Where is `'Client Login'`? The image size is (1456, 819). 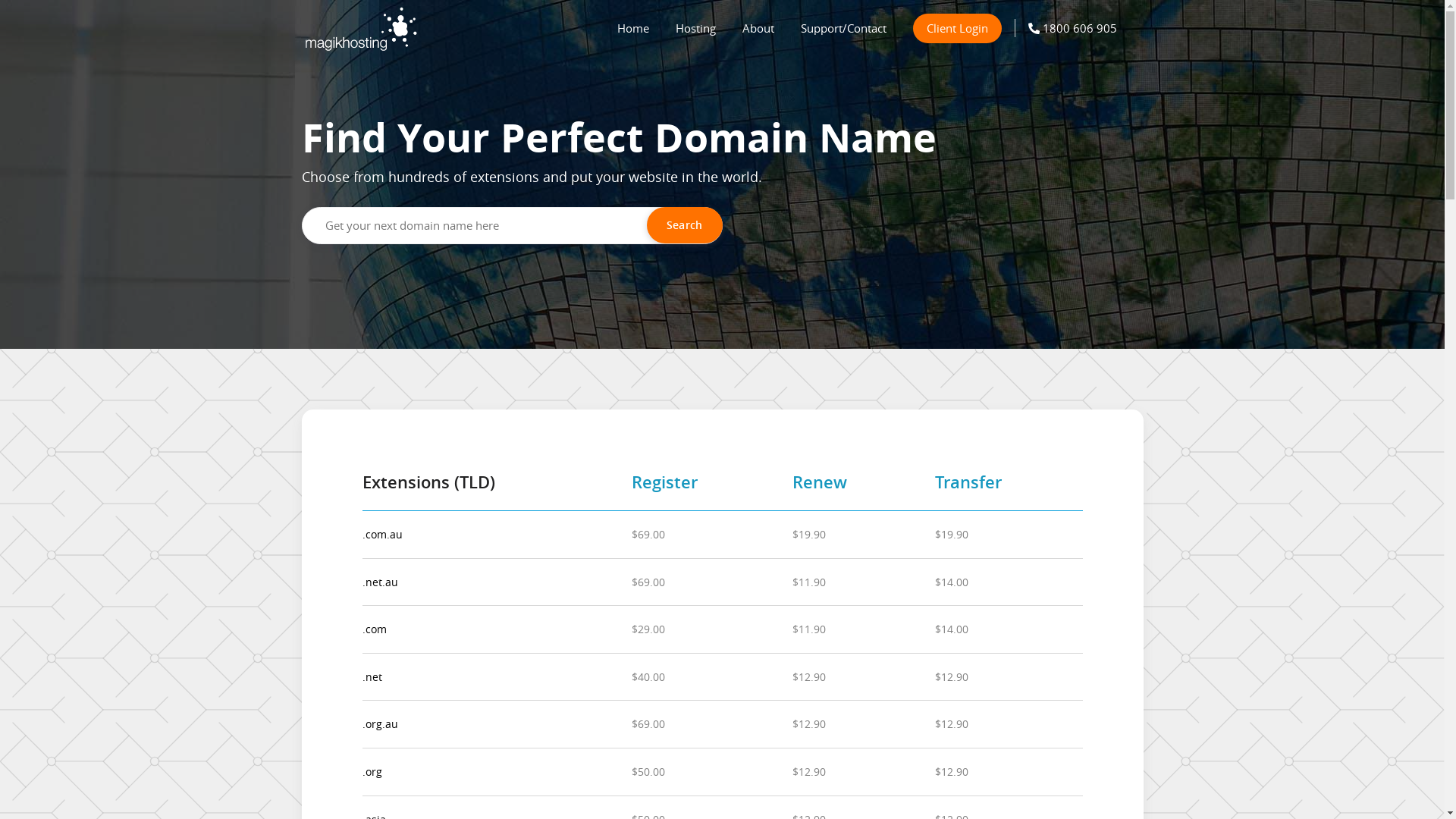 'Client Login' is located at coordinates (956, 28).